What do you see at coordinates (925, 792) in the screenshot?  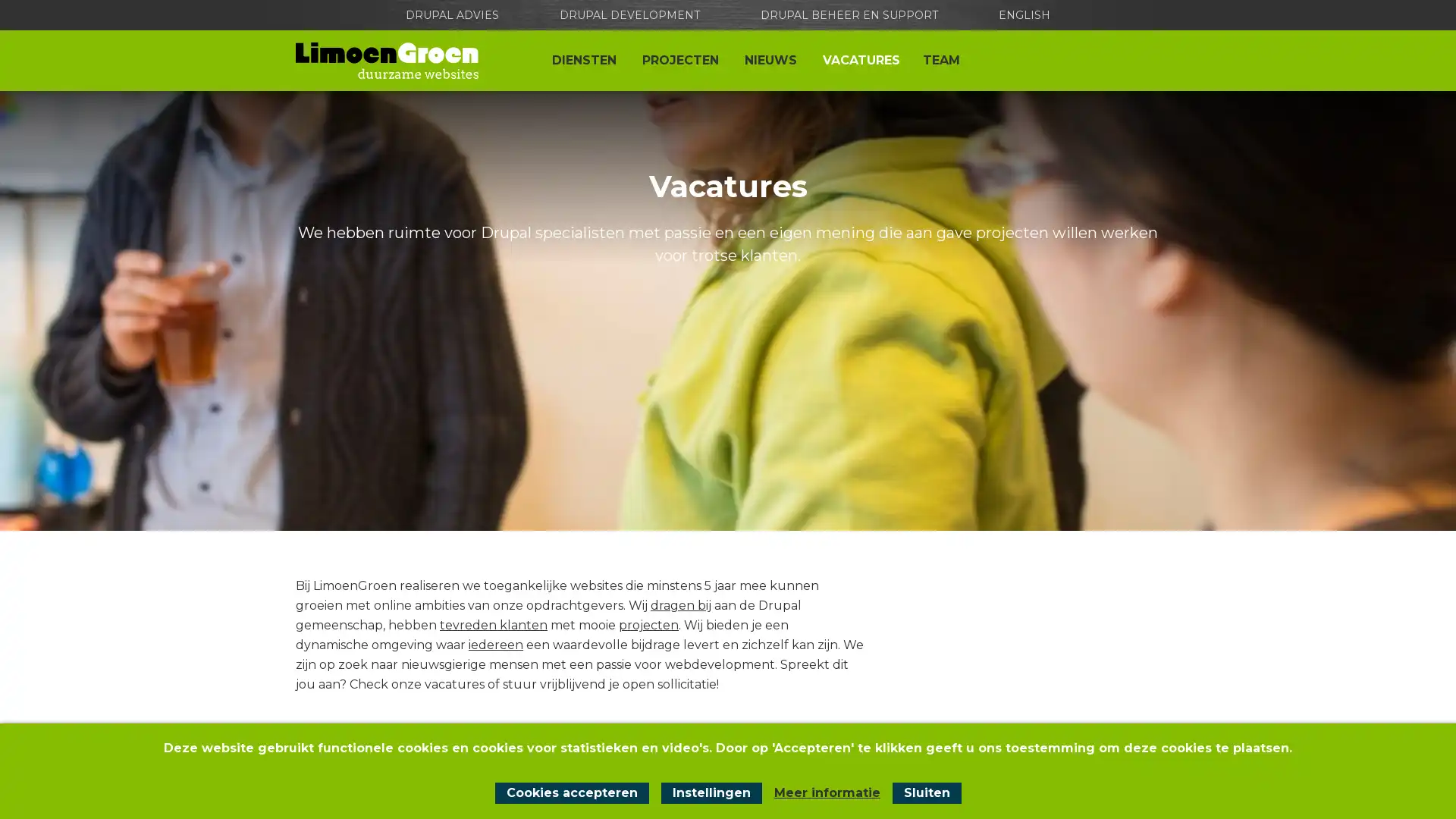 I see `Sluit cookiemelding` at bounding box center [925, 792].